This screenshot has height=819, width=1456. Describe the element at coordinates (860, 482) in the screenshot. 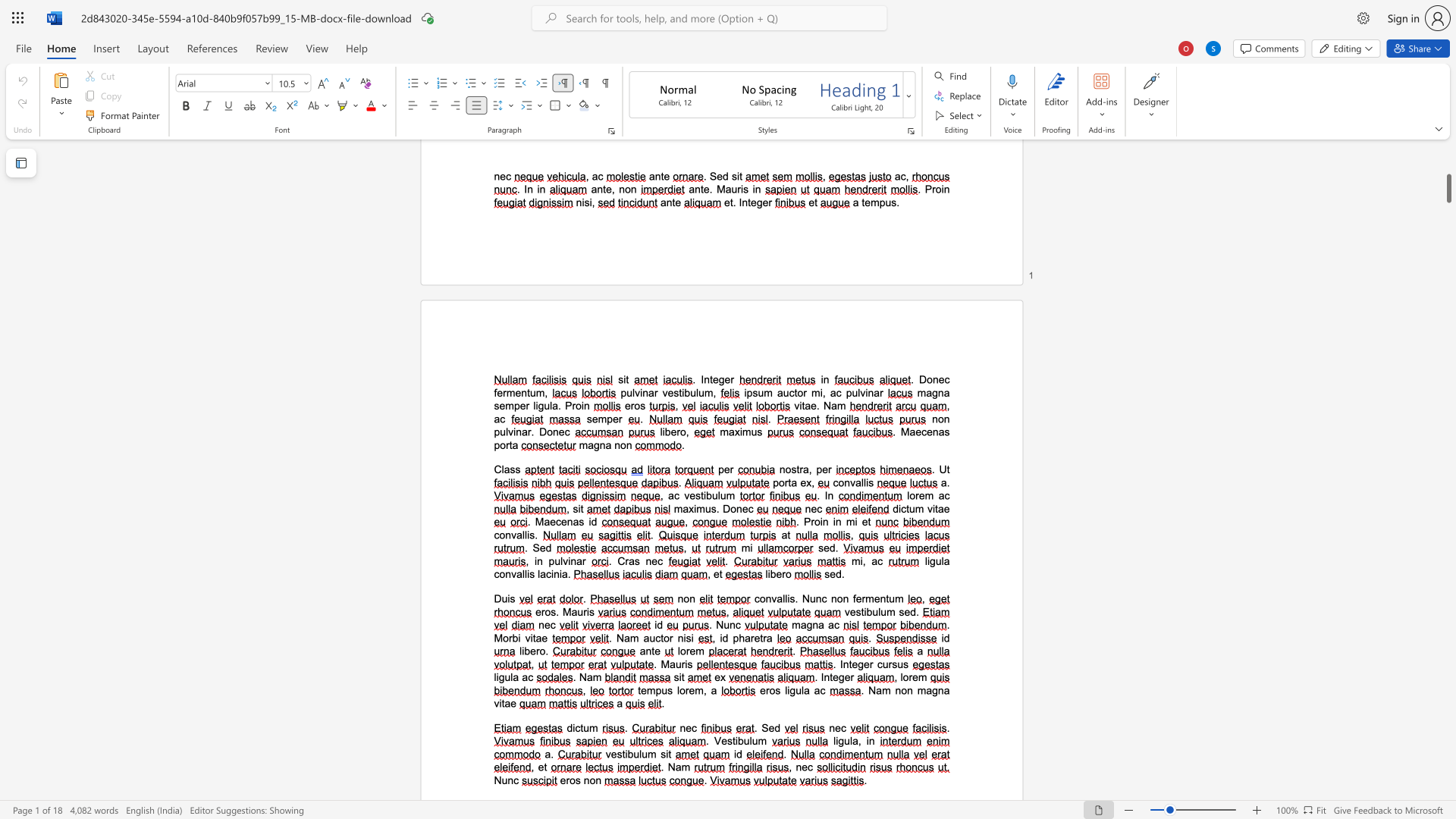

I see `the space between the continuous character "a" and "l" in the text` at that location.